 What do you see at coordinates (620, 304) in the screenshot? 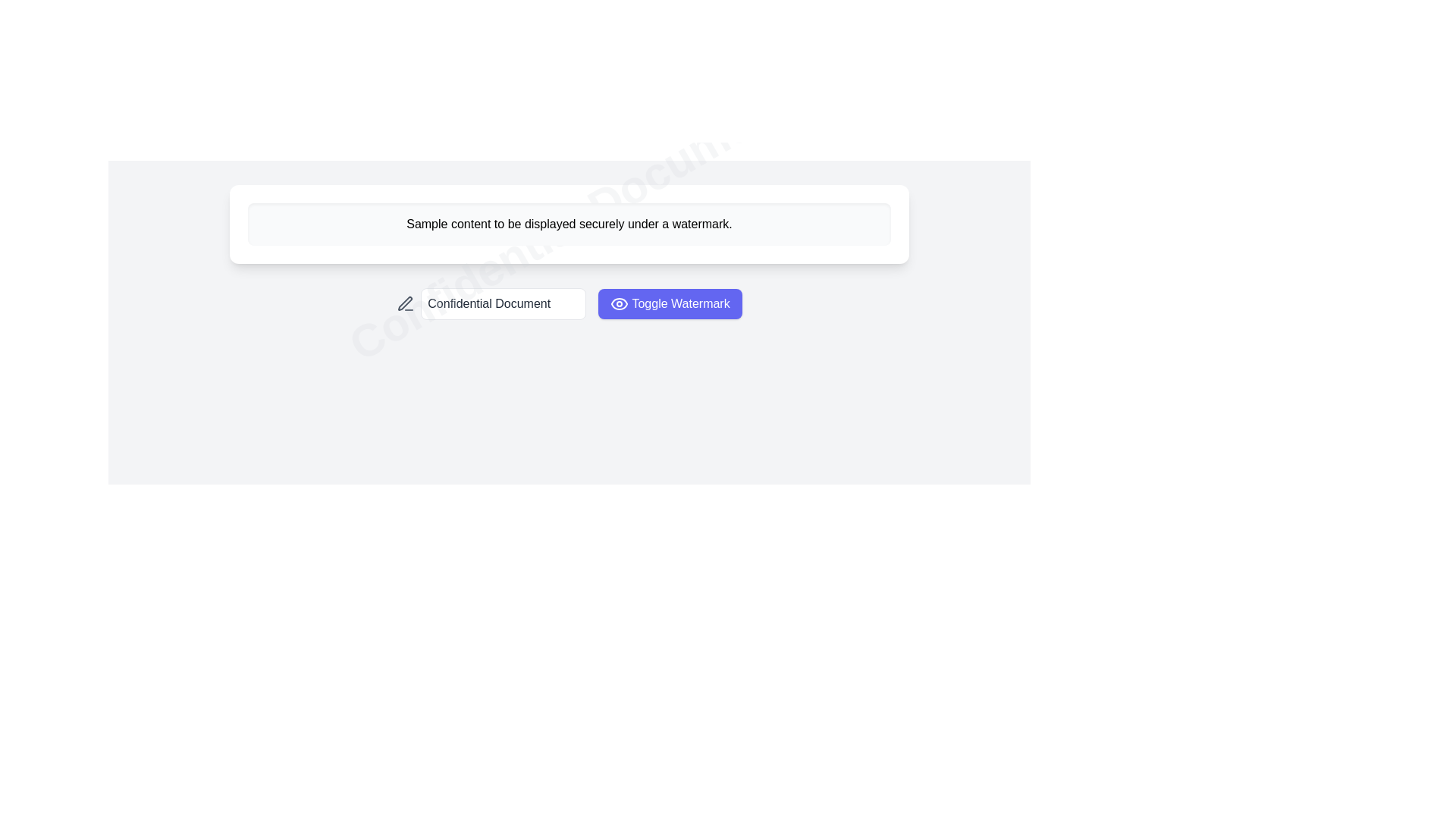
I see `the 'Toggle Watermark' button icon, which is integrated into a button indicating visibility or display-related features` at bounding box center [620, 304].